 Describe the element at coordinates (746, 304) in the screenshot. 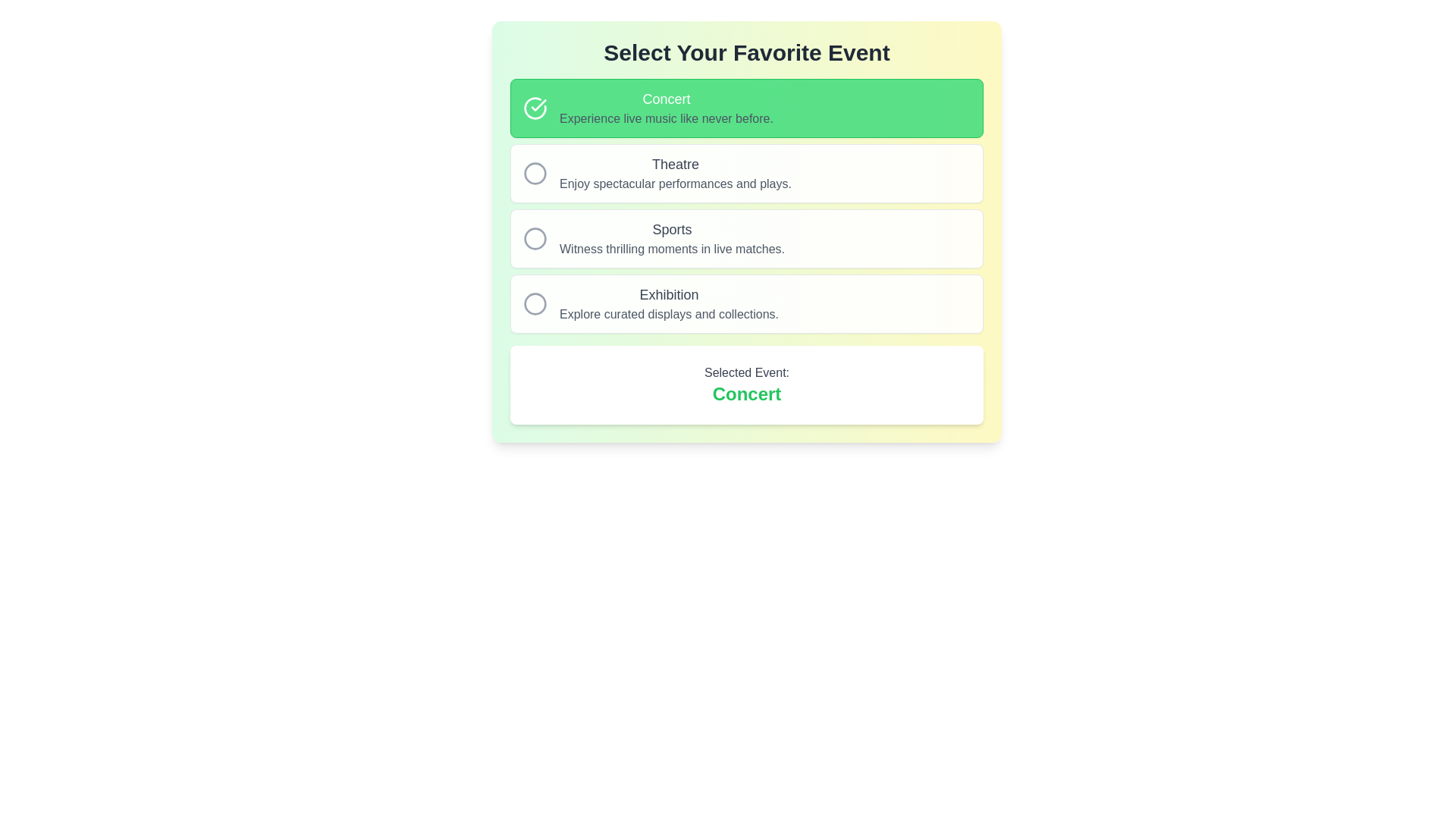

I see `the 'Exhibition' radio button option` at that location.